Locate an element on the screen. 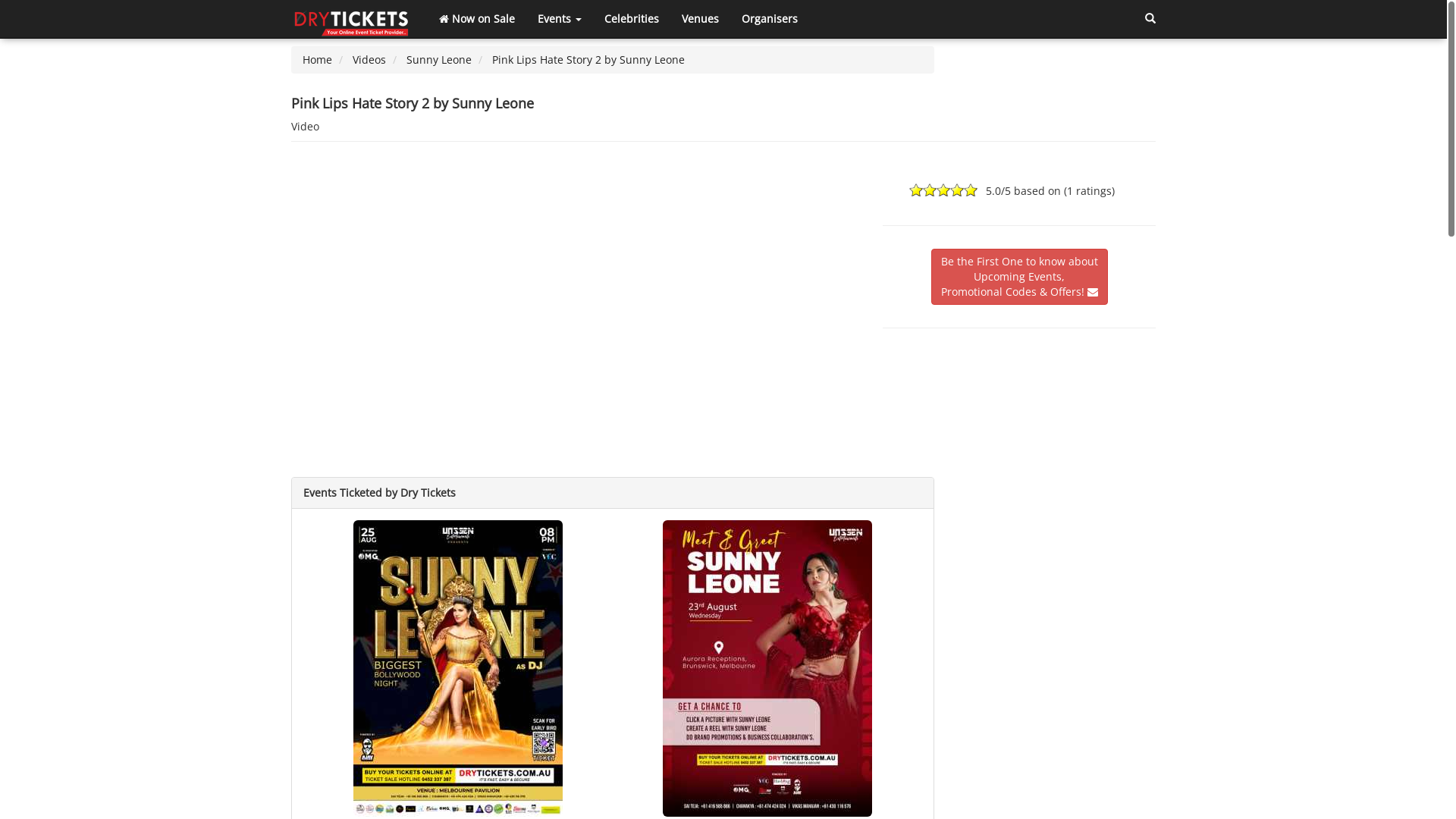  'Sunny Leone' is located at coordinates (438, 58).